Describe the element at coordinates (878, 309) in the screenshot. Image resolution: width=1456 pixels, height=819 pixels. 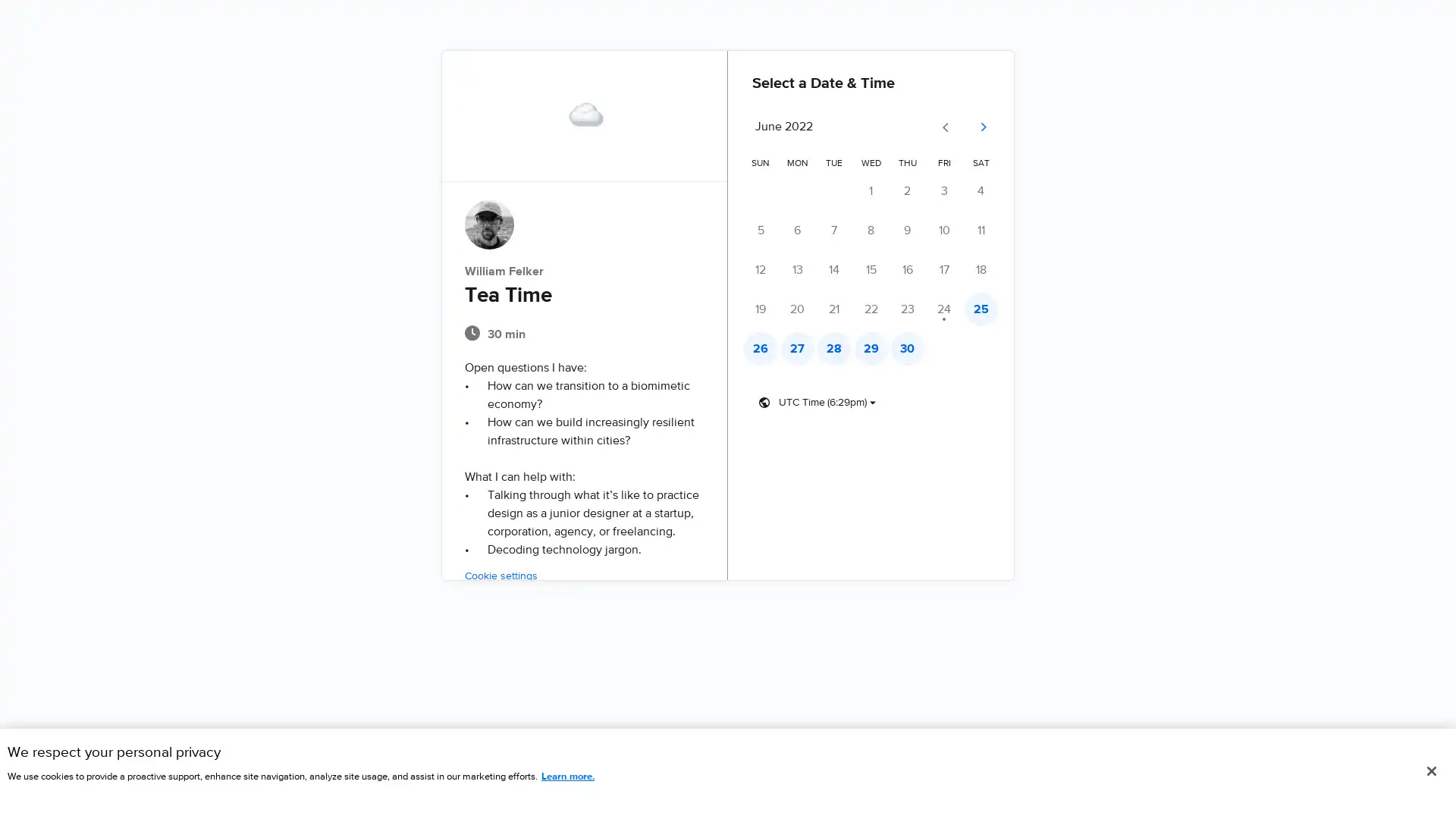
I see `Wednesday, June 22 - No times available` at that location.